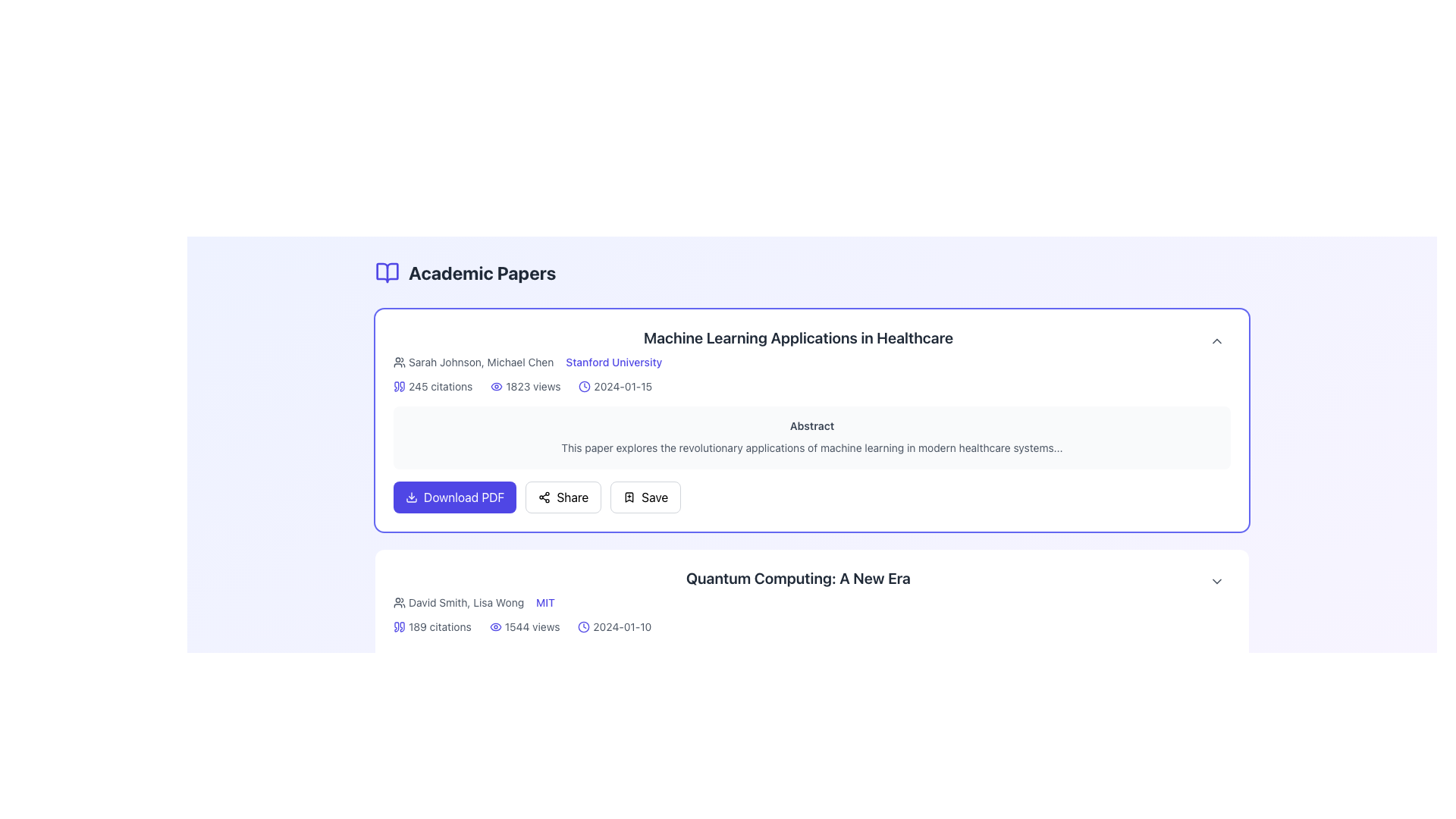 The image size is (1456, 819). What do you see at coordinates (454, 497) in the screenshot?
I see `the 'Download PDF' button with rounded corners and a blue background located at the bottom-left corner of the 'Machine Learning Applications in Healthcare' card` at bounding box center [454, 497].